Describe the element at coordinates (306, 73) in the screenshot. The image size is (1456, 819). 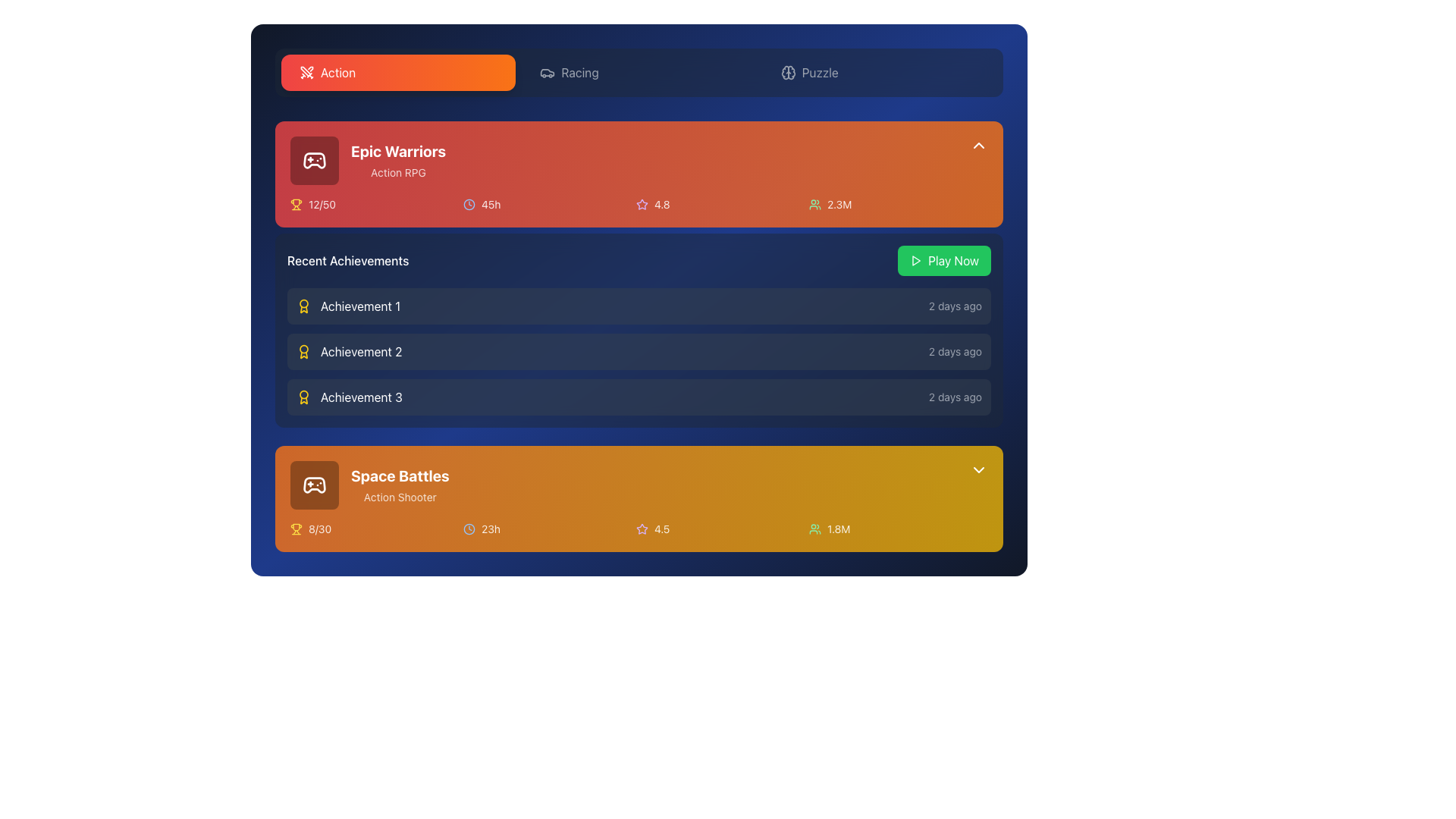
I see `decorative icon located to the far left of the 'Action' button in the 'Action' tab for design purposes` at that location.